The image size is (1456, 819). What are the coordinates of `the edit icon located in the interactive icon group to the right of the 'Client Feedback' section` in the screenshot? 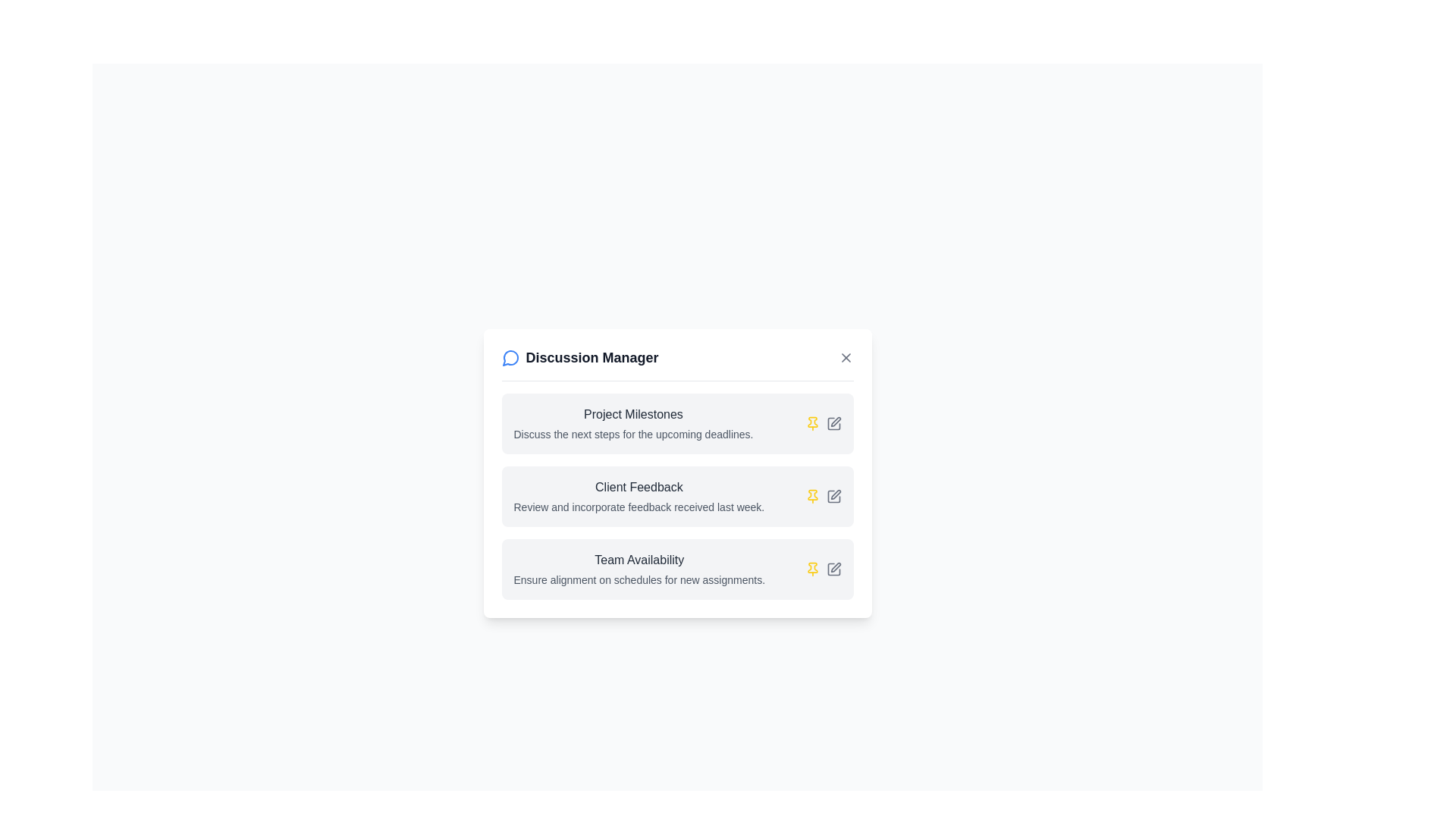 It's located at (822, 496).